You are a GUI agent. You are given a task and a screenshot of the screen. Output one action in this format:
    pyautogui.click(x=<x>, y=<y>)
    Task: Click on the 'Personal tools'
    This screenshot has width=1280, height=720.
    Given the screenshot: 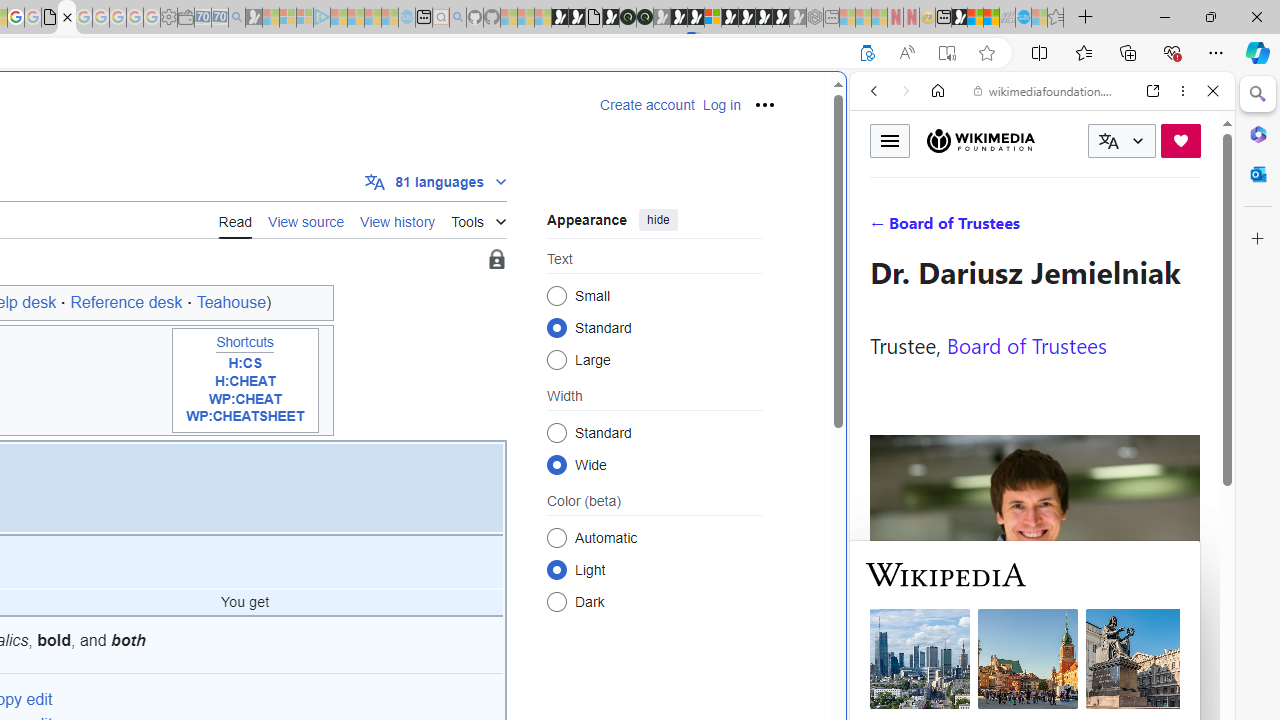 What is the action you would take?
    pyautogui.click(x=763, y=105)
    